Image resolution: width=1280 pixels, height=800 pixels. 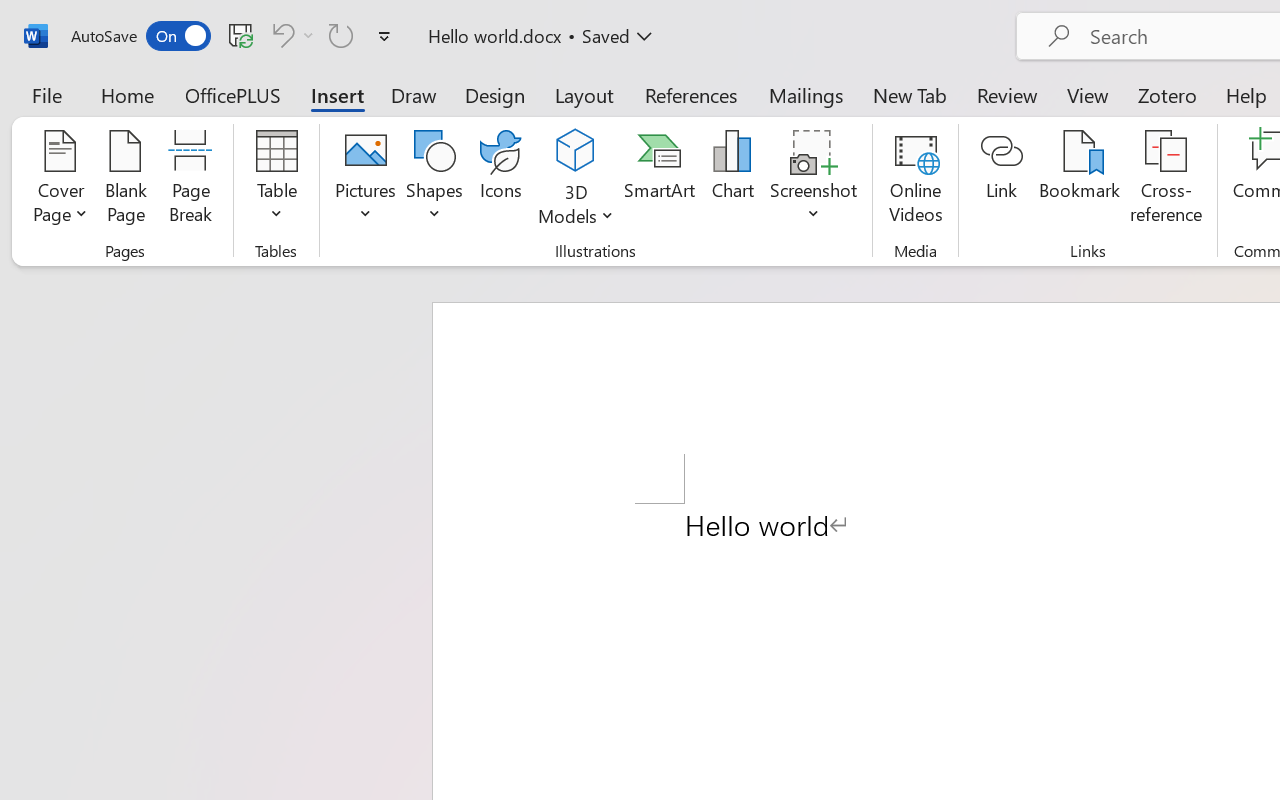 What do you see at coordinates (234, 35) in the screenshot?
I see `'Quick Access Toolbar'` at bounding box center [234, 35].